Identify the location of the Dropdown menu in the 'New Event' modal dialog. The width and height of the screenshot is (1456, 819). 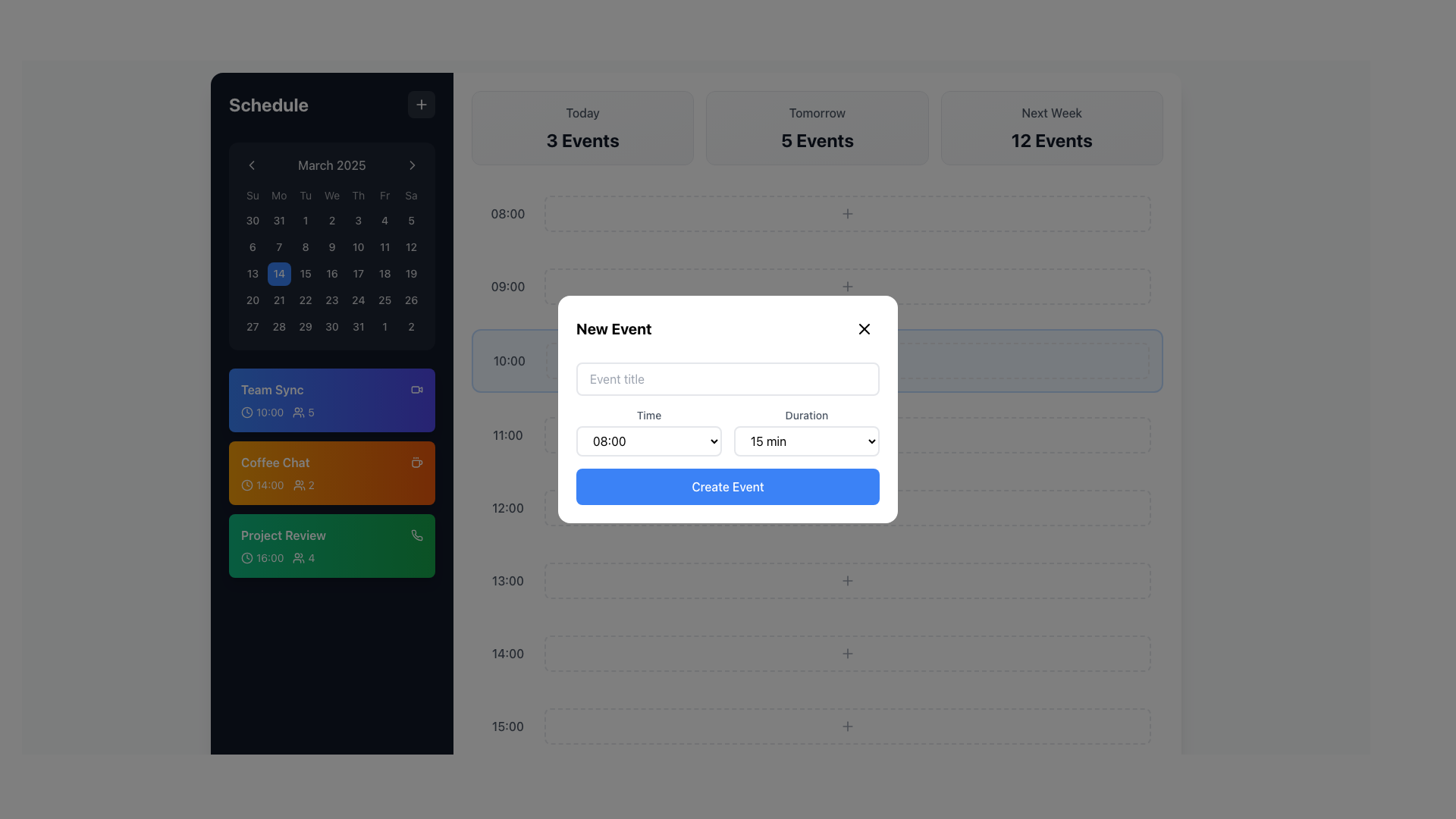
(806, 441).